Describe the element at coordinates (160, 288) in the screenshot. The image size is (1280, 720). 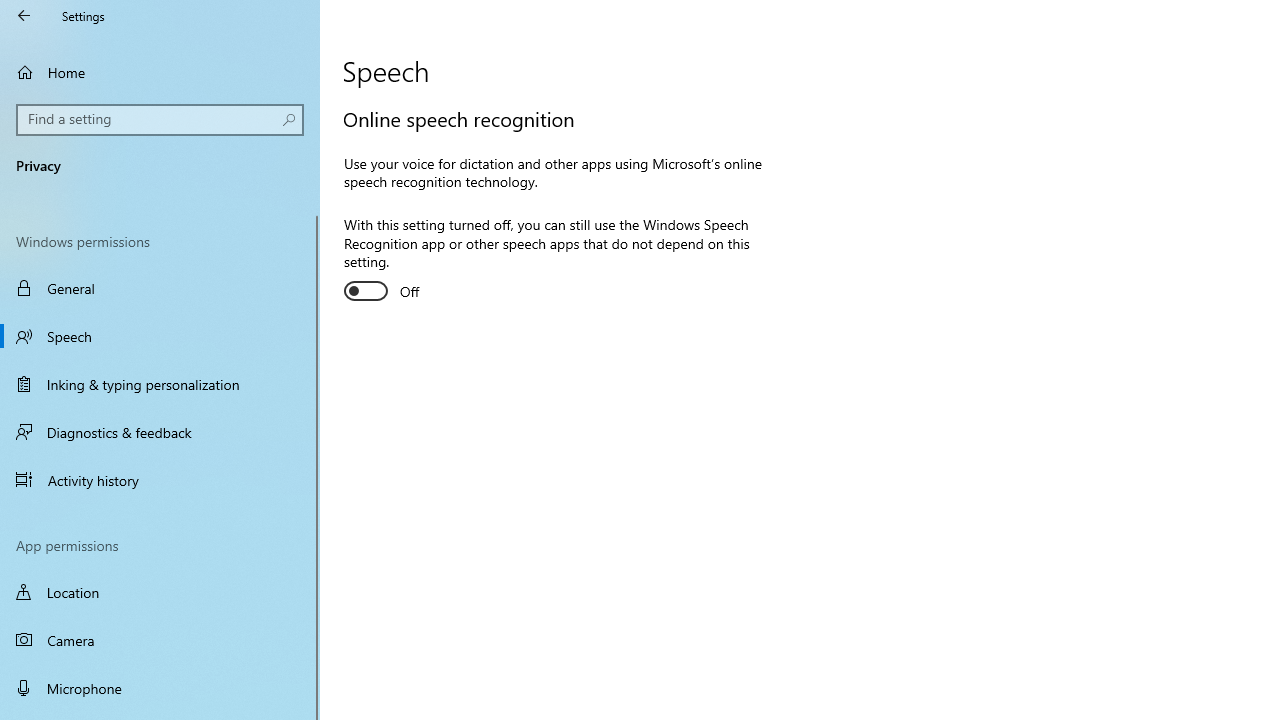
I see `'General'` at that location.